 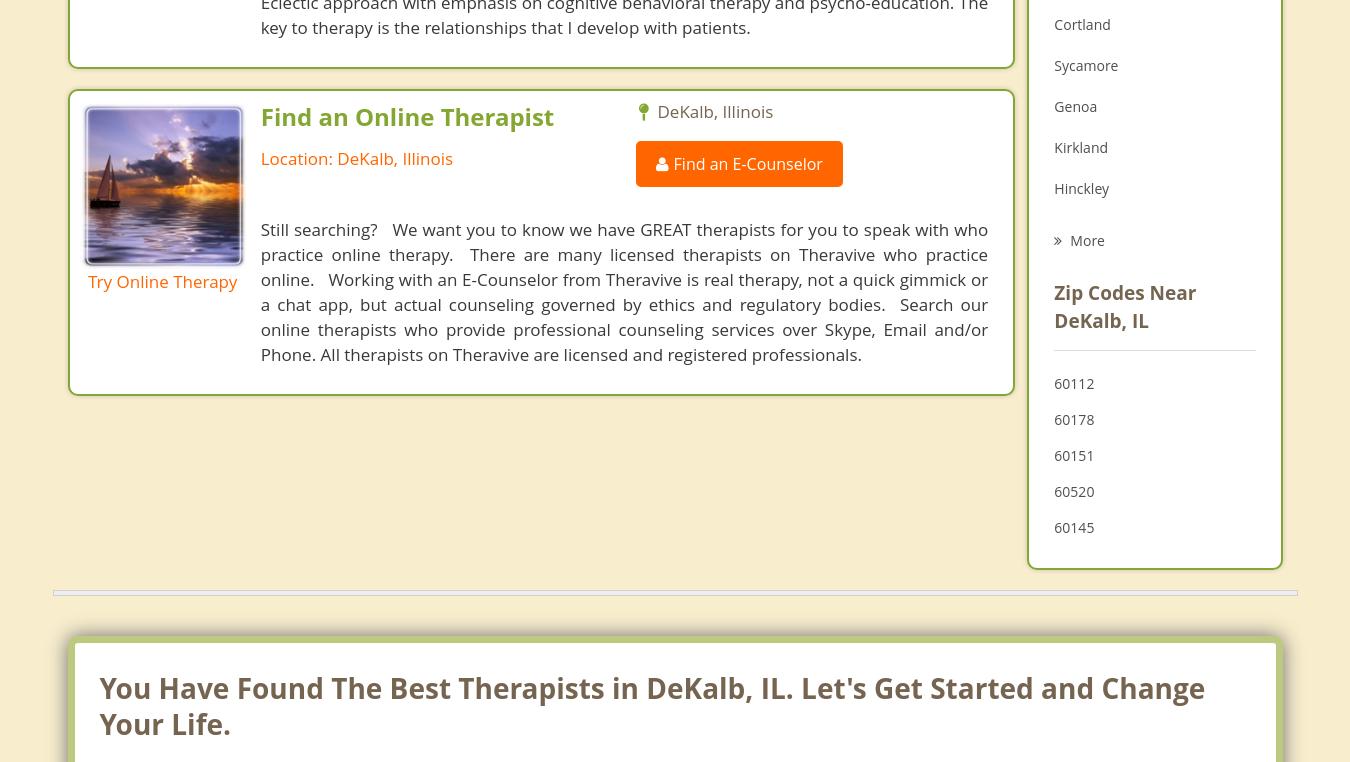 What do you see at coordinates (1074, 382) in the screenshot?
I see `'60112'` at bounding box center [1074, 382].